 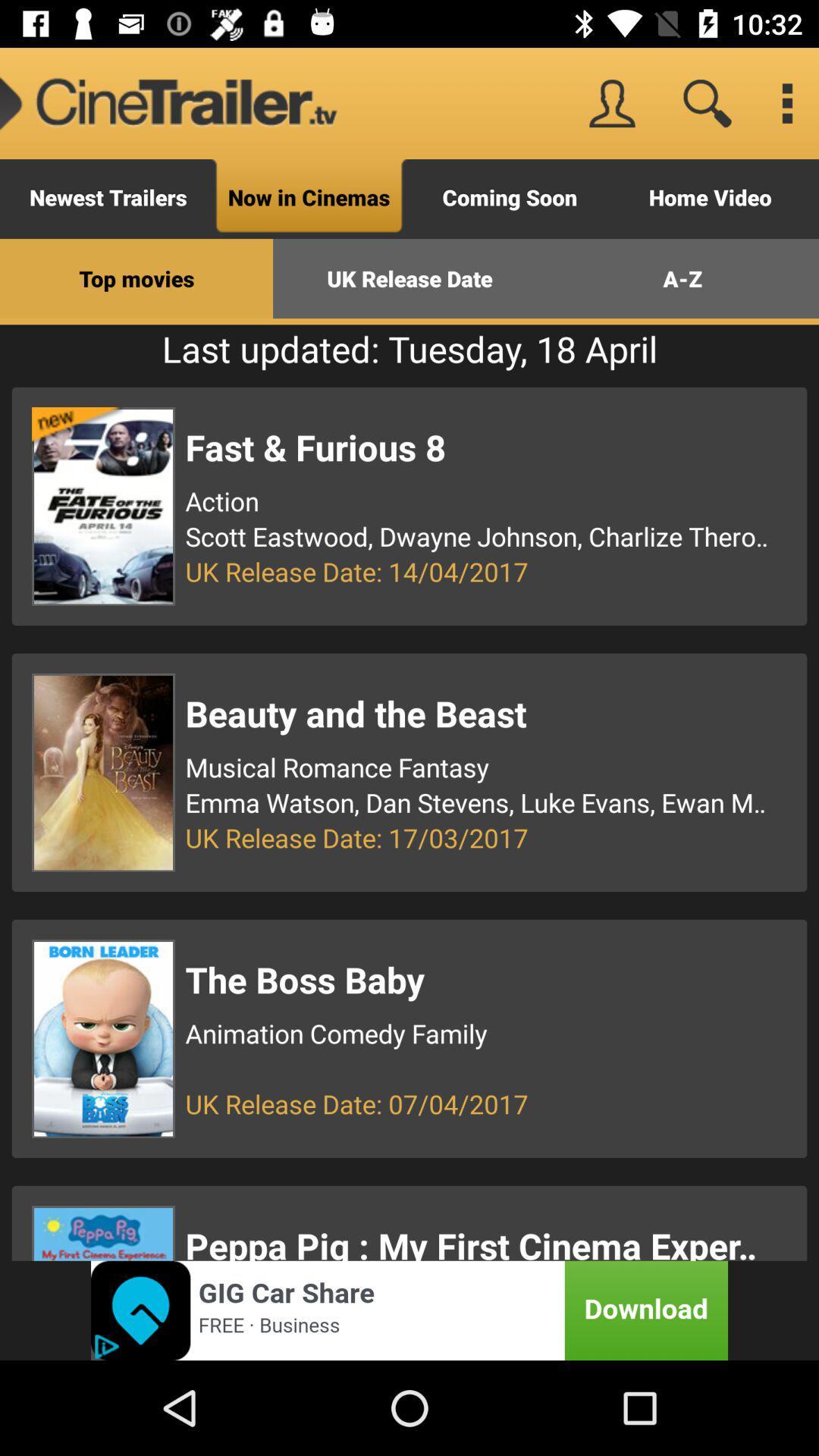 What do you see at coordinates (786, 102) in the screenshot?
I see `open menu option` at bounding box center [786, 102].